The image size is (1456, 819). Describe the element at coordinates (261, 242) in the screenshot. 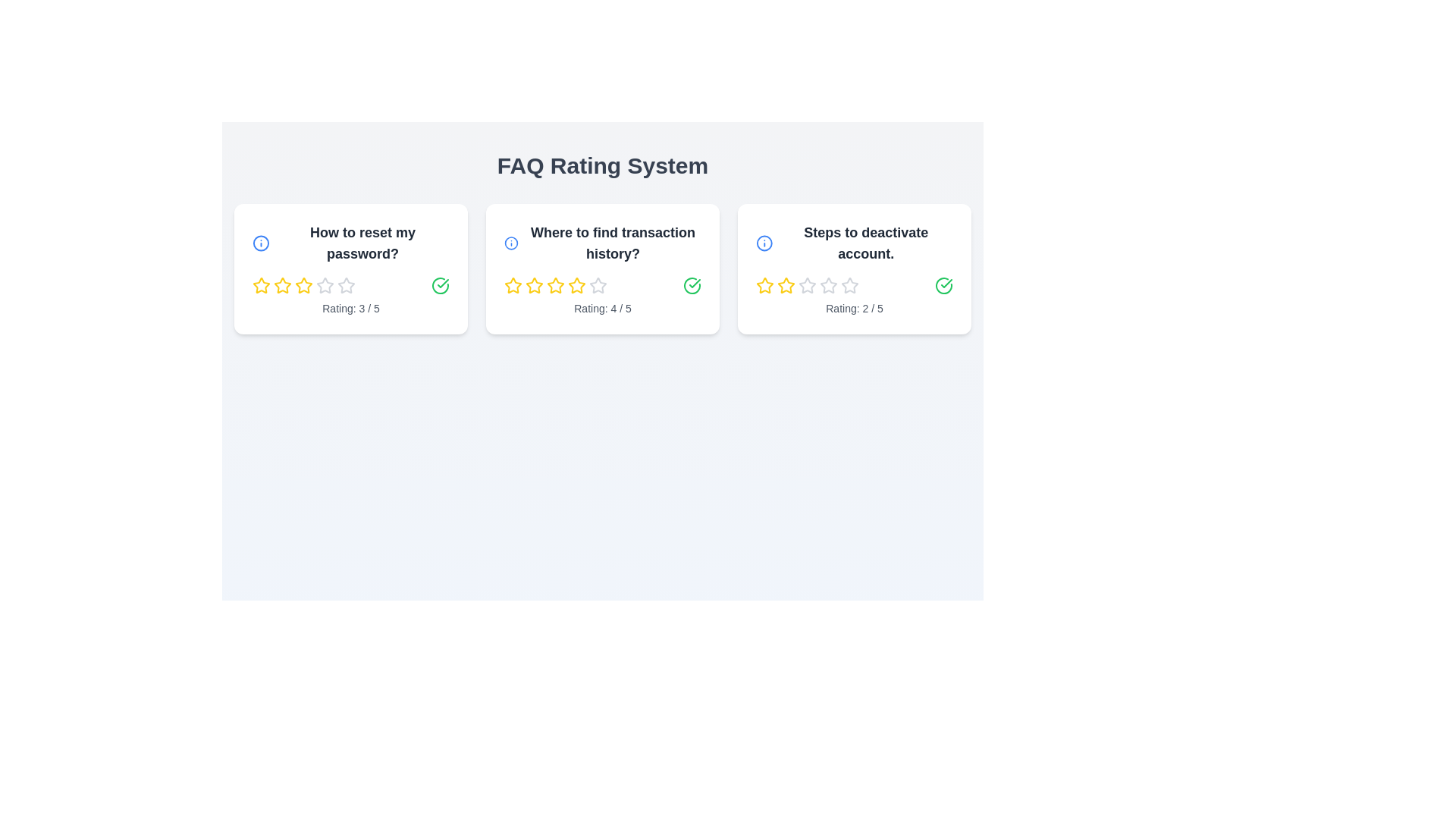

I see `the information icon of the FAQ card titled 'How to reset my password?'` at that location.